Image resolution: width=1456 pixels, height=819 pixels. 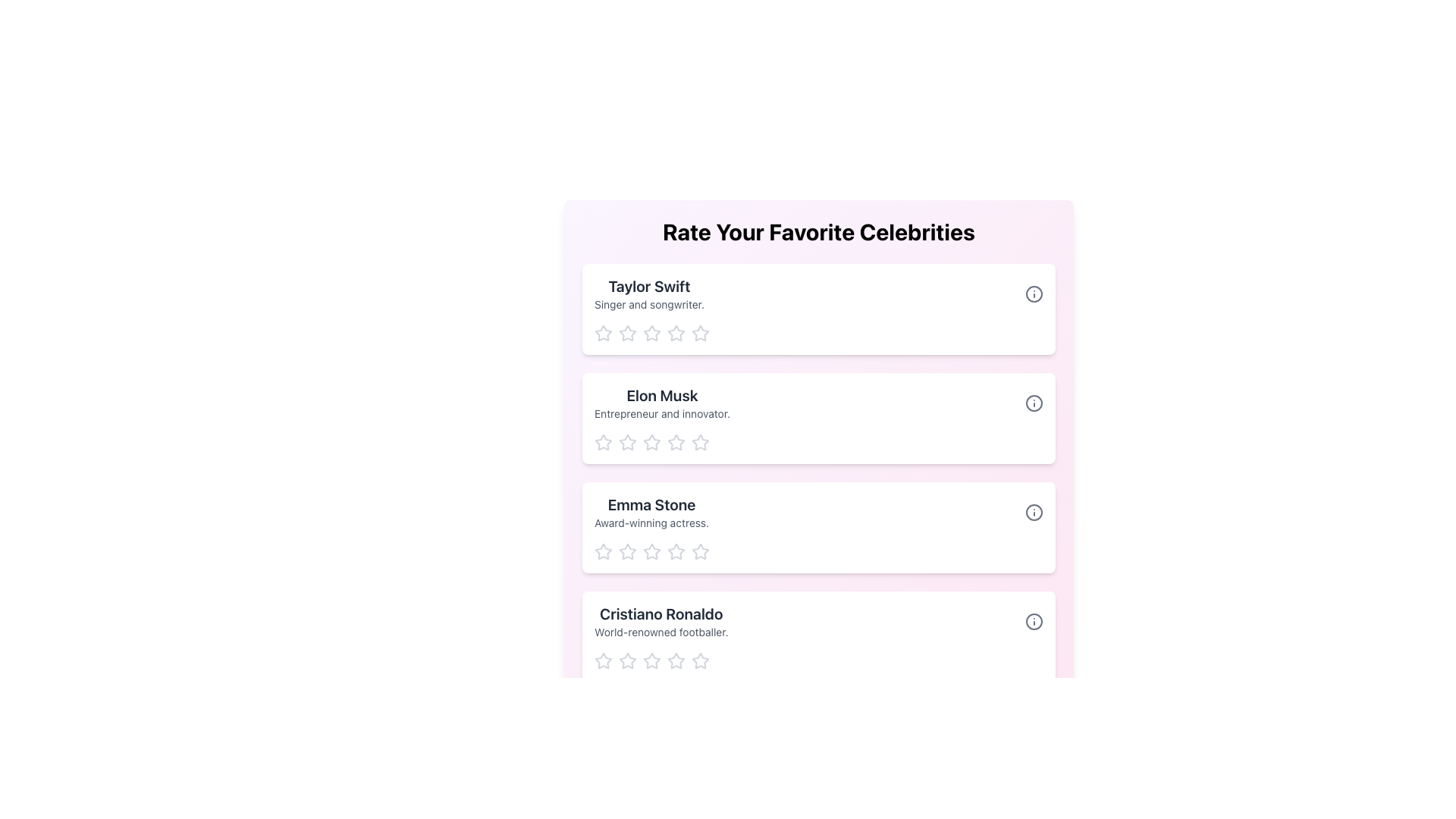 What do you see at coordinates (651, 505) in the screenshot?
I see `the Text Label indicating the name of the celebrity 'Emma Stone', which is positioned above the description text in the third list item of the vertical stack` at bounding box center [651, 505].